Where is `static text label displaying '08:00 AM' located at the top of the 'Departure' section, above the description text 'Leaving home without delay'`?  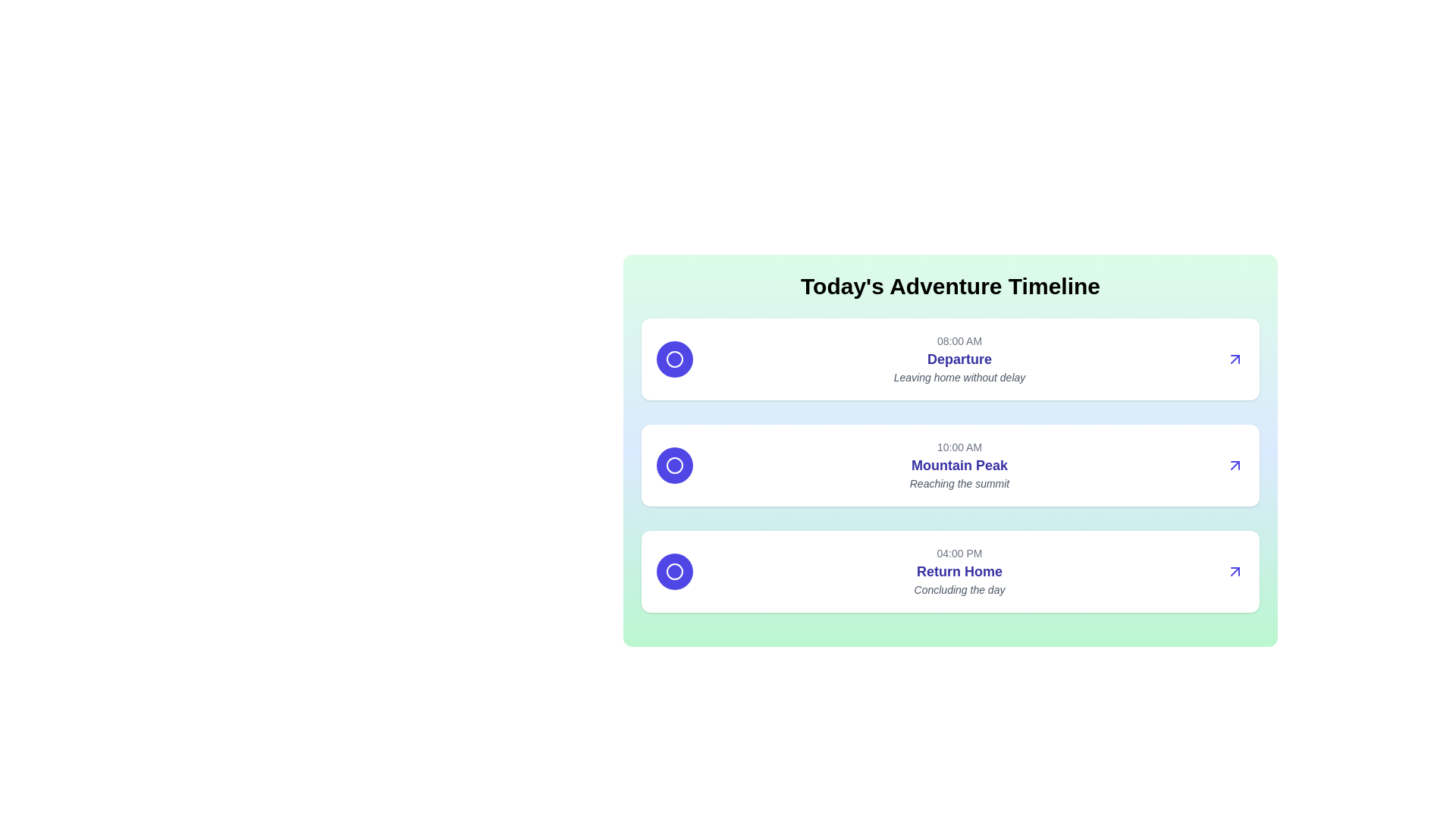 static text label displaying '08:00 AM' located at the top of the 'Departure' section, above the description text 'Leaving home without delay' is located at coordinates (959, 341).